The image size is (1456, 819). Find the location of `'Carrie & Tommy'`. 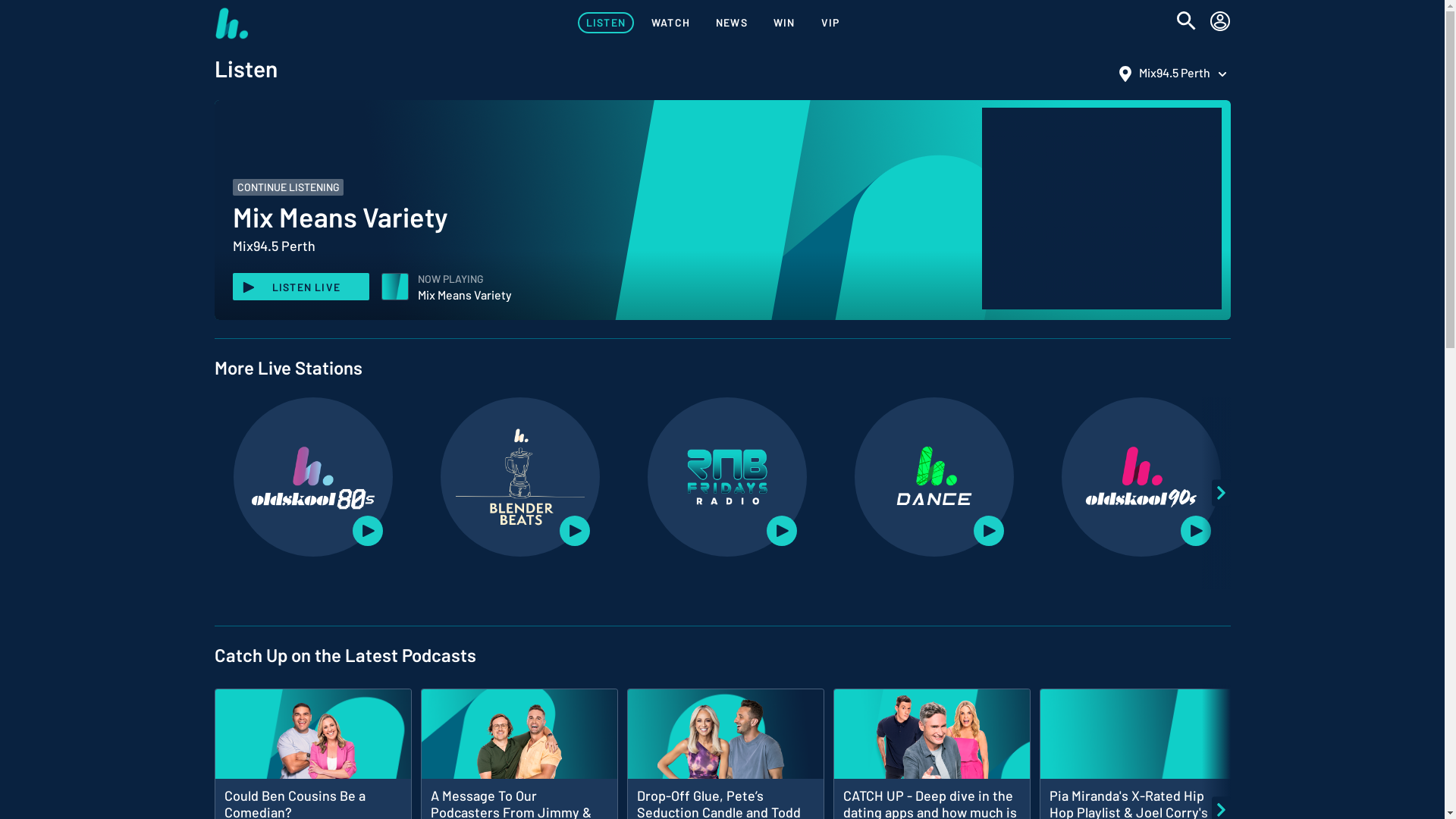

'Carrie & Tommy' is located at coordinates (723, 742).